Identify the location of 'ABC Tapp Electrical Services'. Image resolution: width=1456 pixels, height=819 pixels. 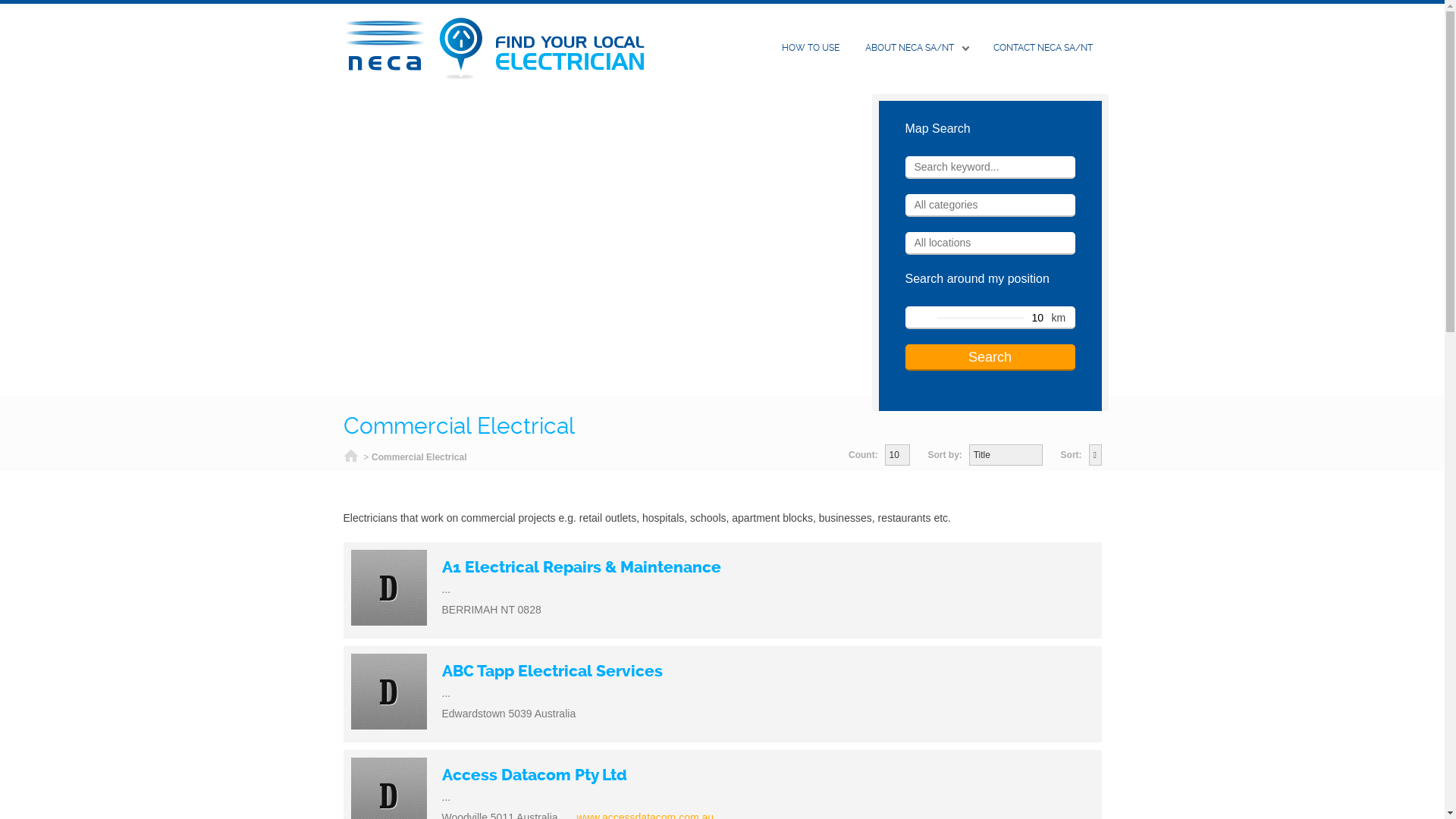
(551, 670).